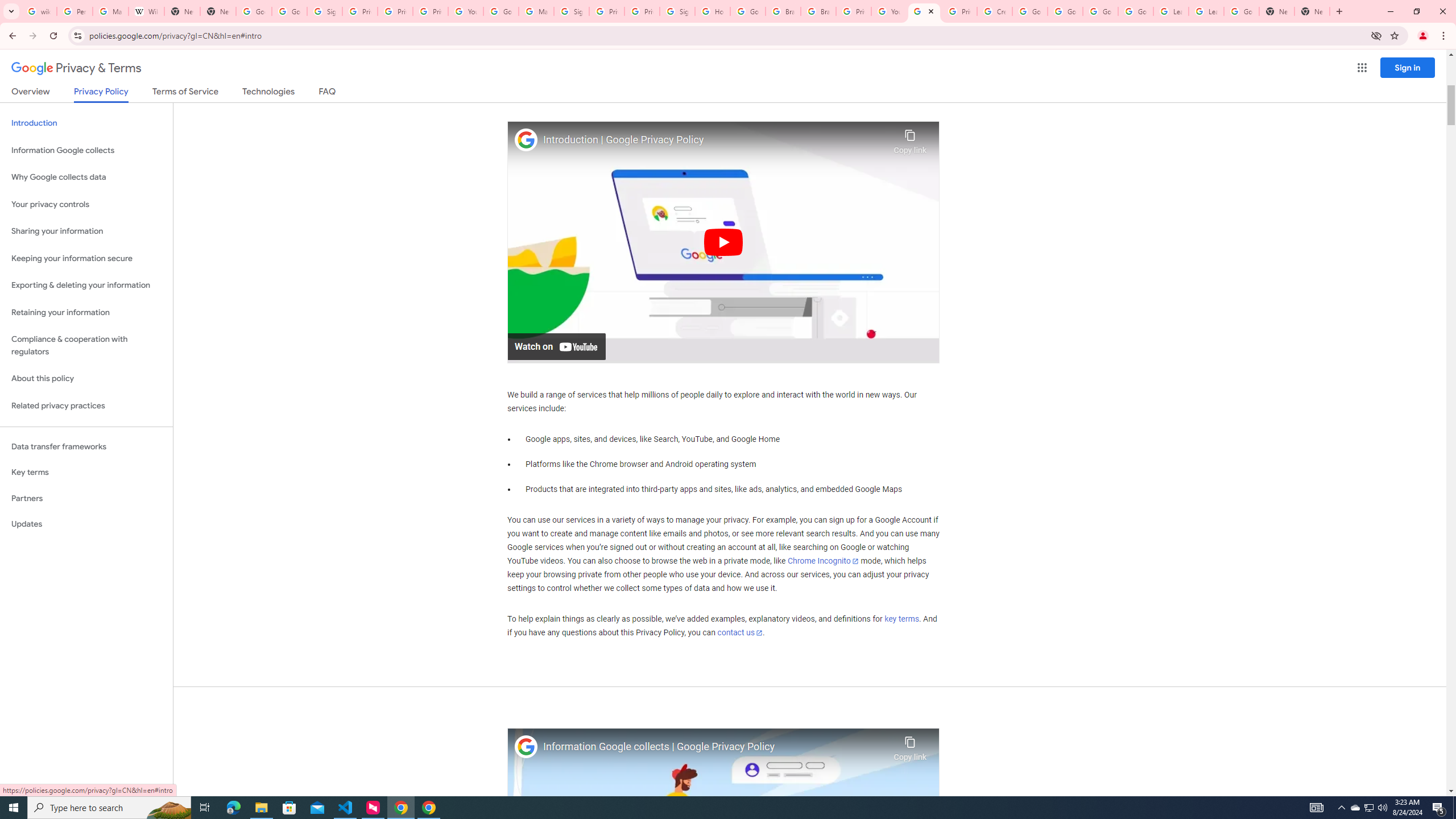  I want to click on 'About this policy', so click(86, 379).